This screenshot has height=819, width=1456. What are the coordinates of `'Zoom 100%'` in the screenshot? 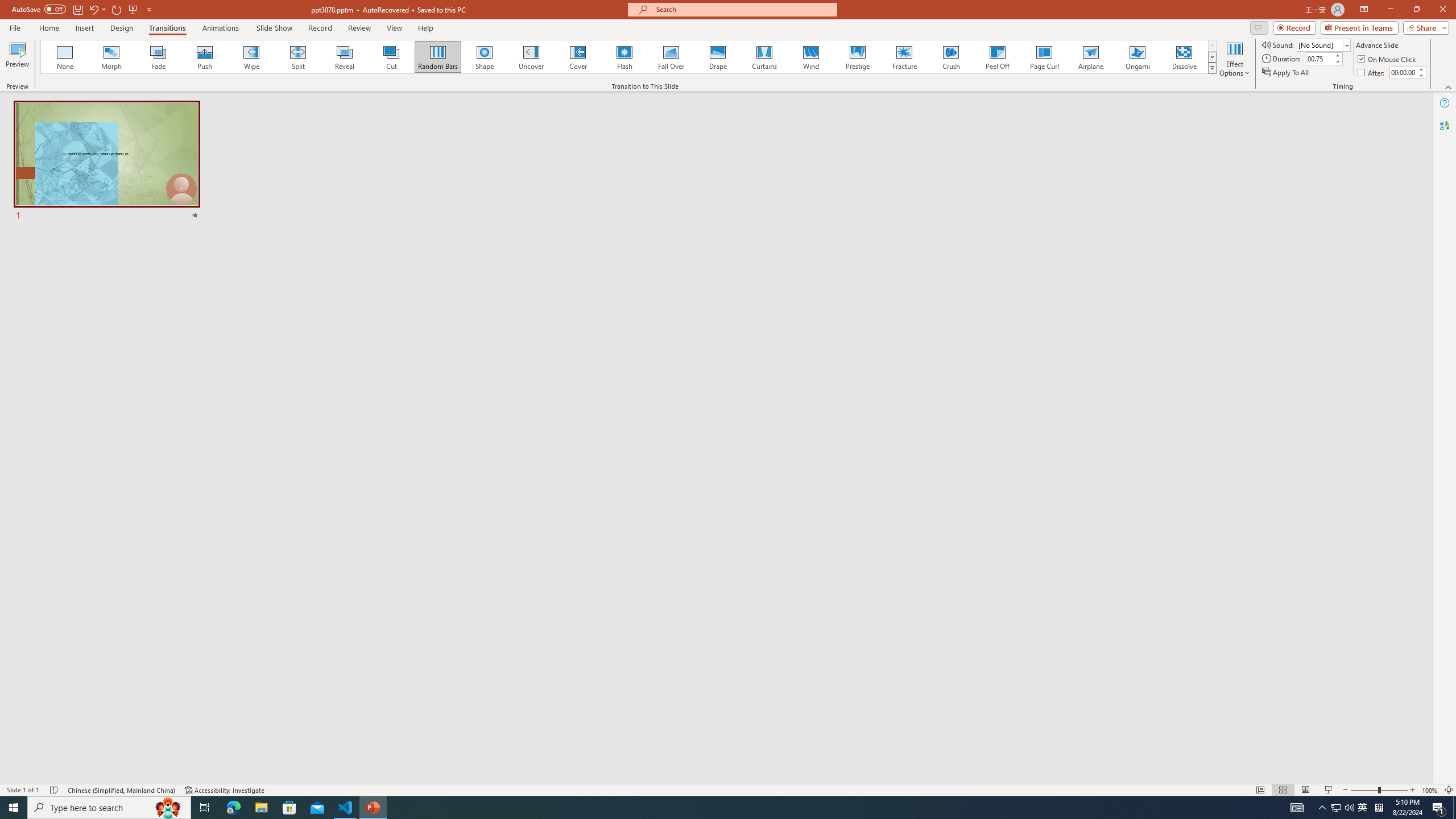 It's located at (1430, 790).